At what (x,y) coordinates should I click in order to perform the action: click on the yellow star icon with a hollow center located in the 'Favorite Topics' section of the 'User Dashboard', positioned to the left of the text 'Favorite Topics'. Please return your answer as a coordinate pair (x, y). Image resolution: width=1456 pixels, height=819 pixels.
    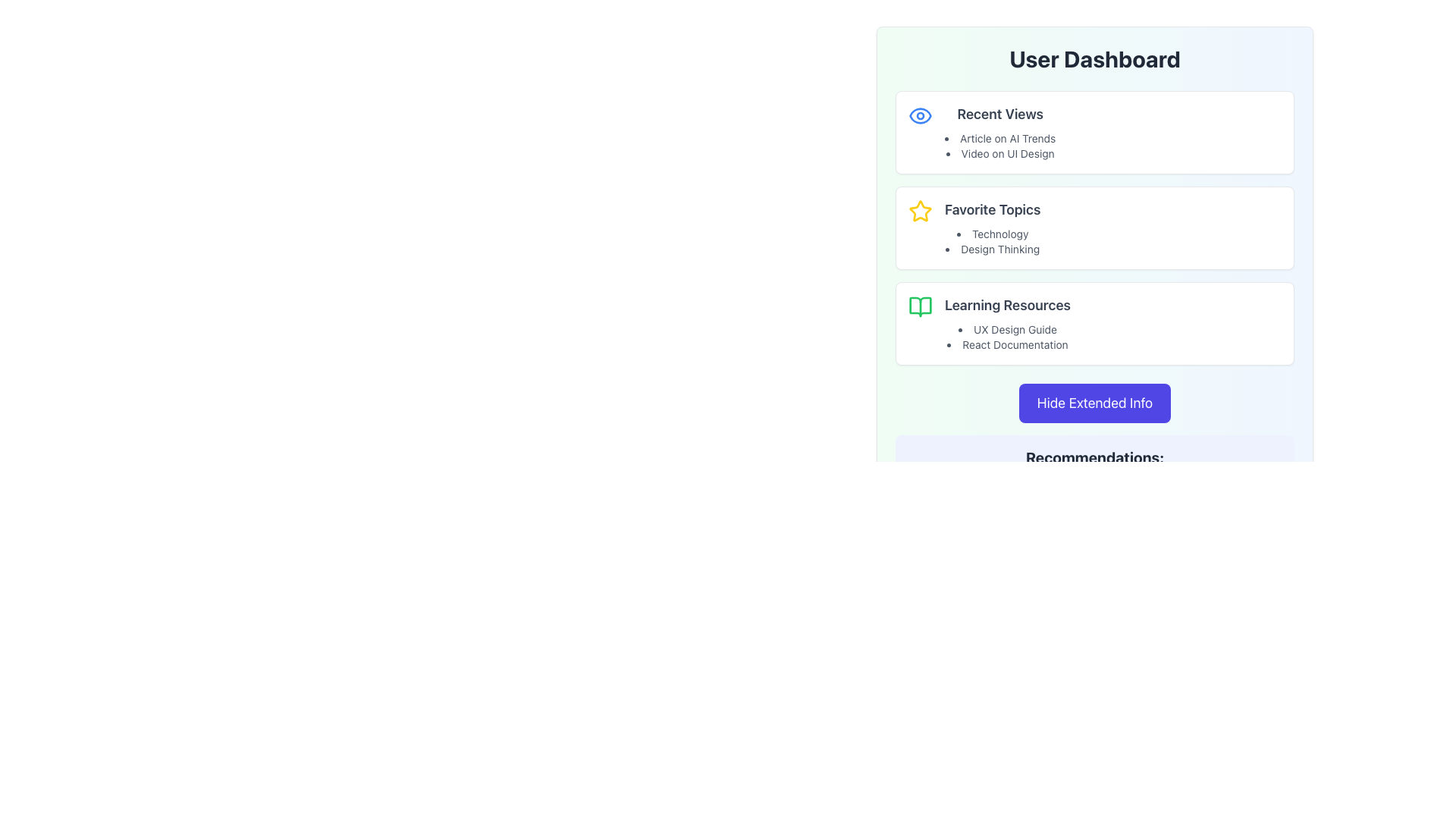
    Looking at the image, I should click on (920, 211).